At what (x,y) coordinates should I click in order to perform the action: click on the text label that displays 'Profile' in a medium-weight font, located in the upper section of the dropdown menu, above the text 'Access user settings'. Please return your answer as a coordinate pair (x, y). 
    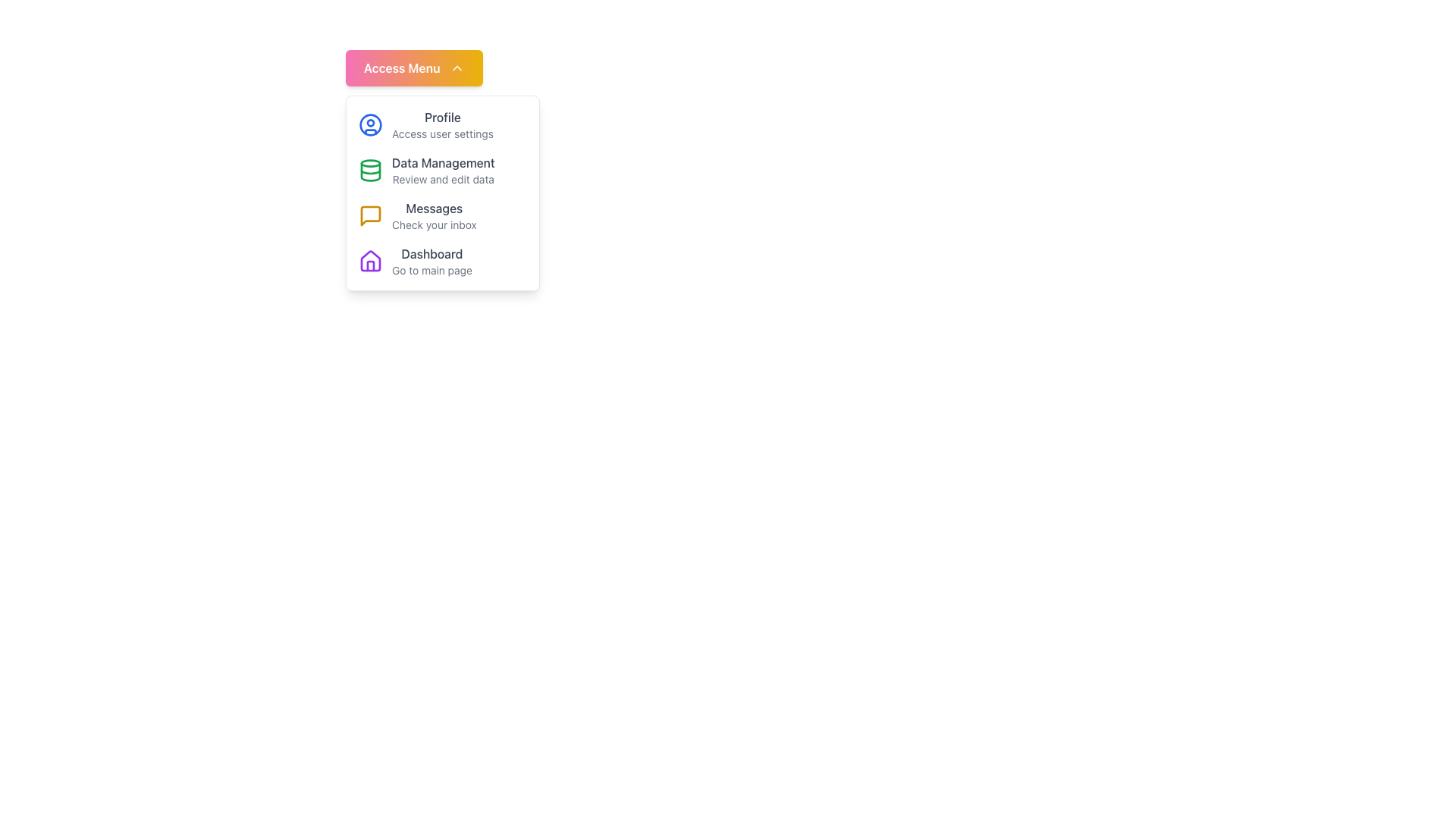
    Looking at the image, I should click on (441, 116).